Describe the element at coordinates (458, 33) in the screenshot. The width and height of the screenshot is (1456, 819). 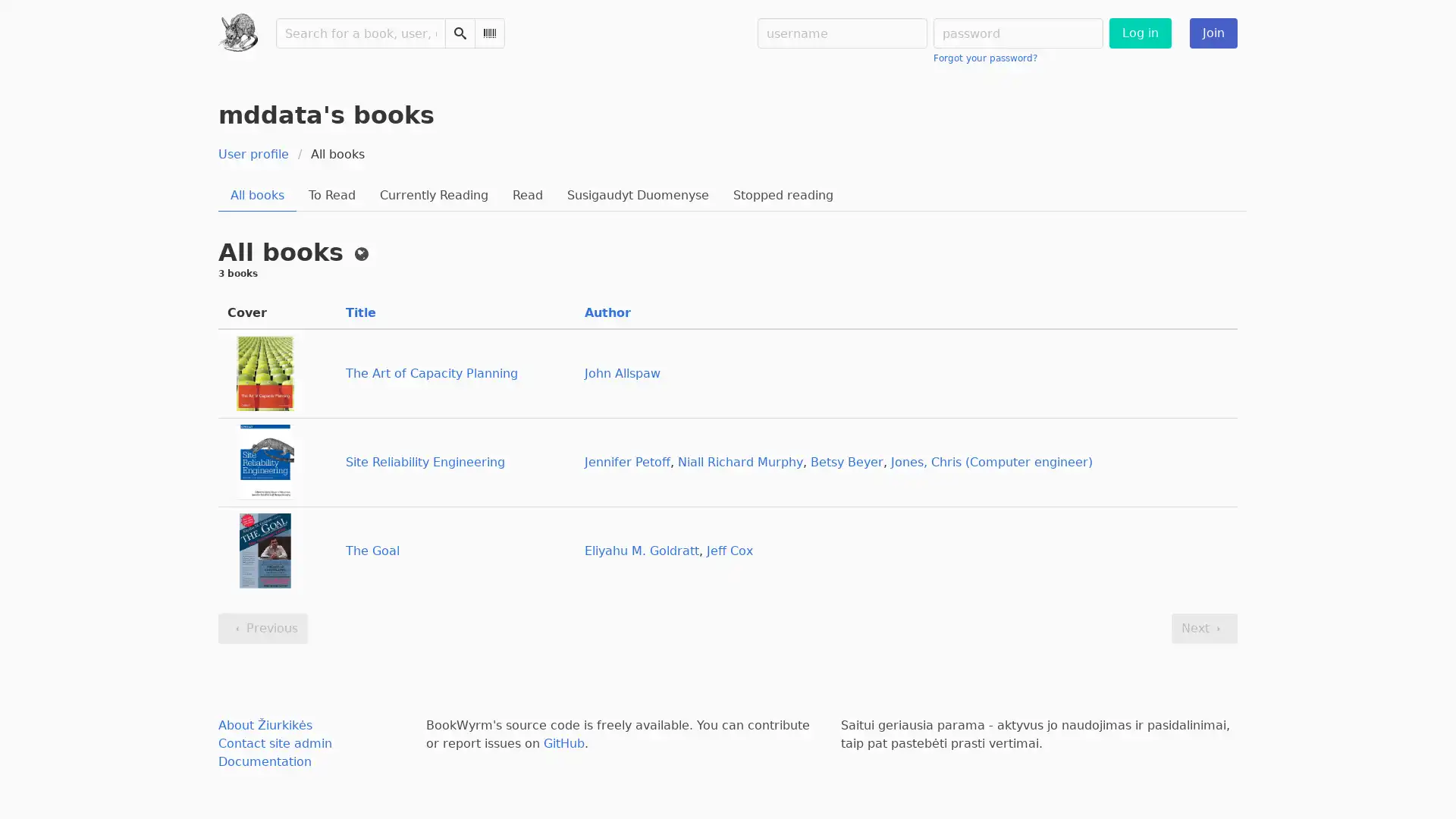
I see `Search` at that location.